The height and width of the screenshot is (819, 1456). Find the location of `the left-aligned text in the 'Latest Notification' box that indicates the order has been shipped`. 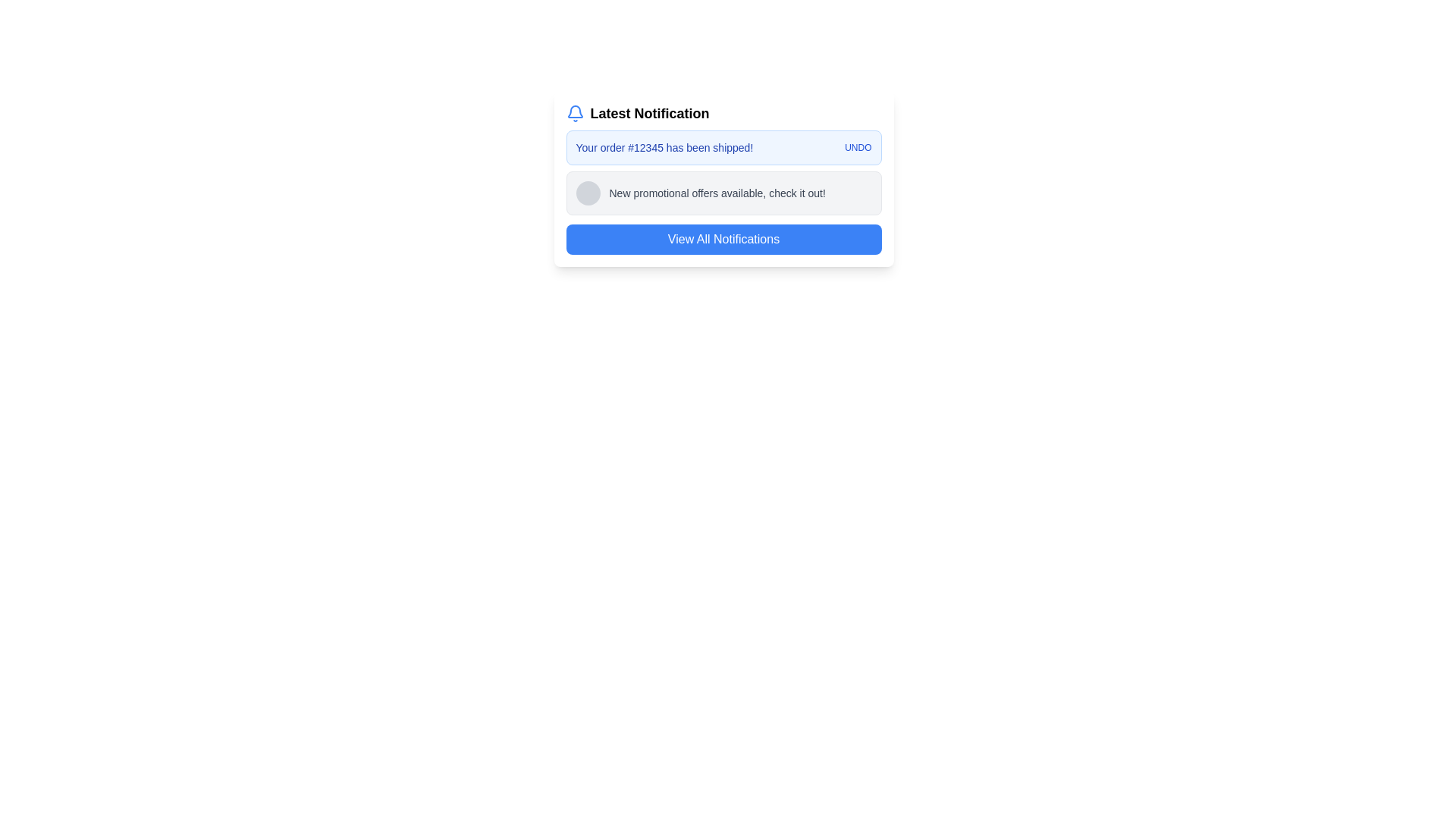

the left-aligned text in the 'Latest Notification' box that indicates the order has been shipped is located at coordinates (664, 148).